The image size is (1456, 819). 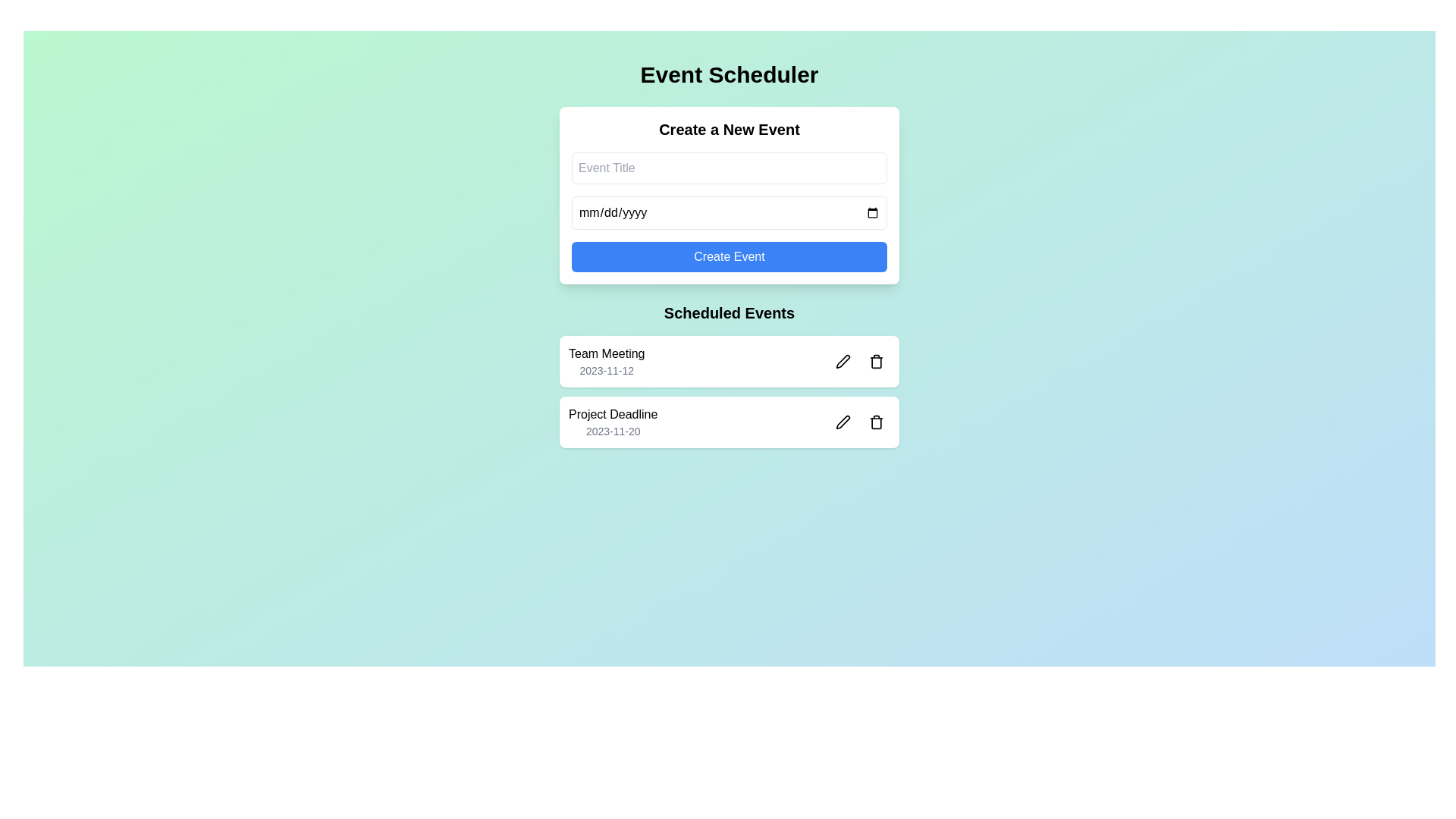 I want to click on the Date input field located in the 'Create a New Event' box to focus on it, so click(x=729, y=213).